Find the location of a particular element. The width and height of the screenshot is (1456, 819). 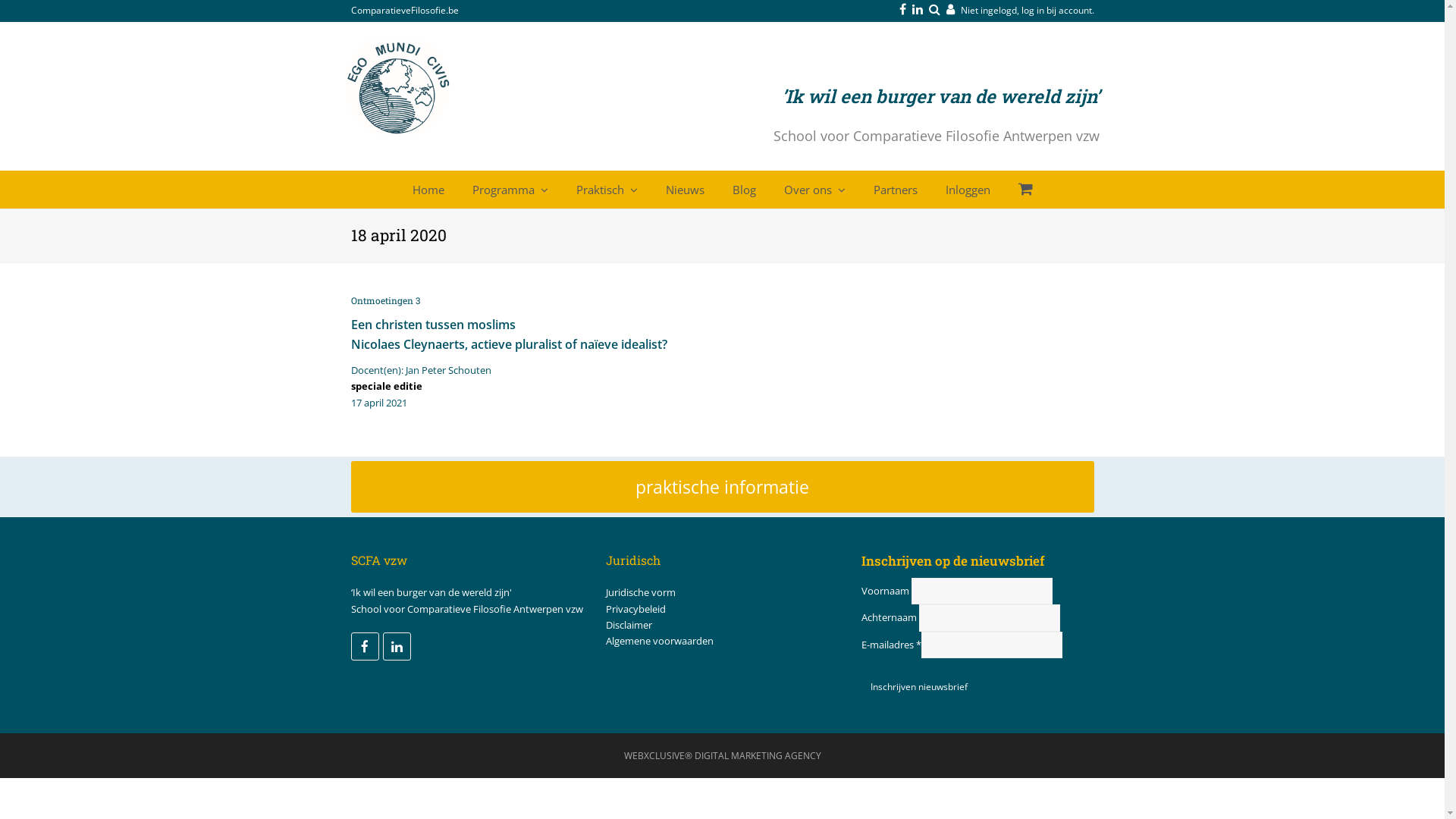

'ComparatieveFilosofie.be' is located at coordinates (403, 10).